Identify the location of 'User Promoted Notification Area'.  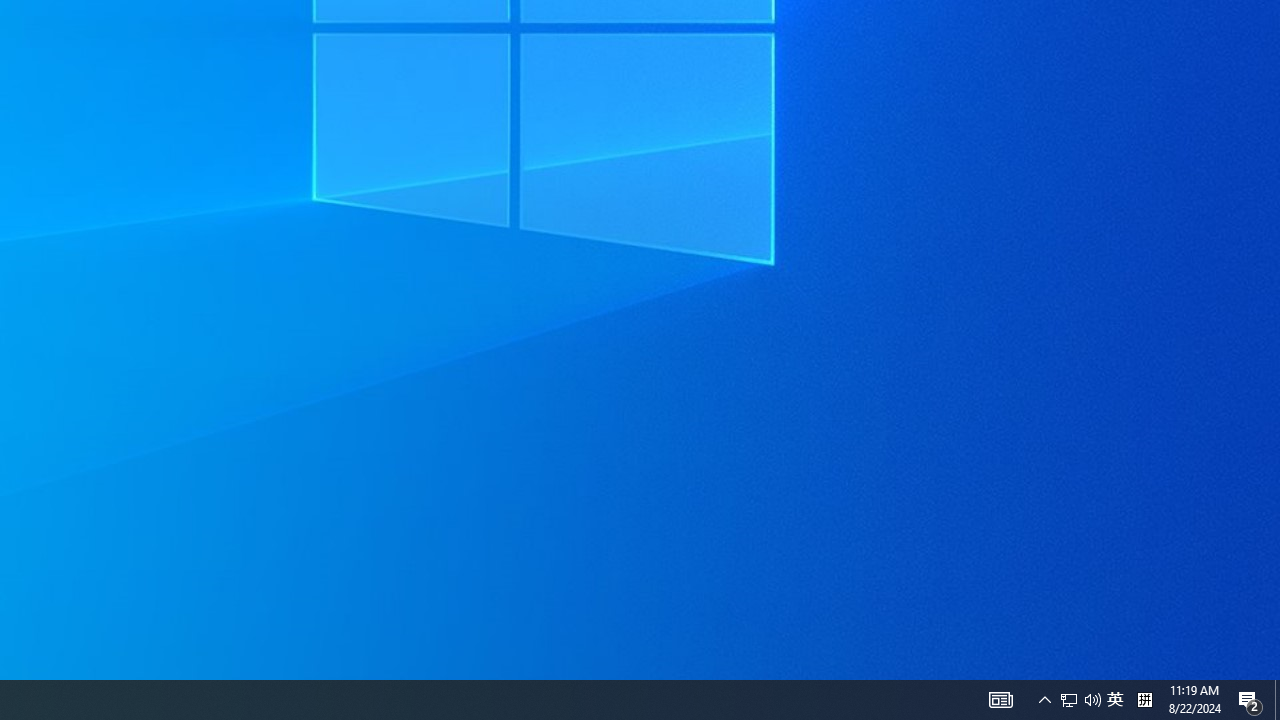
(1092, 698).